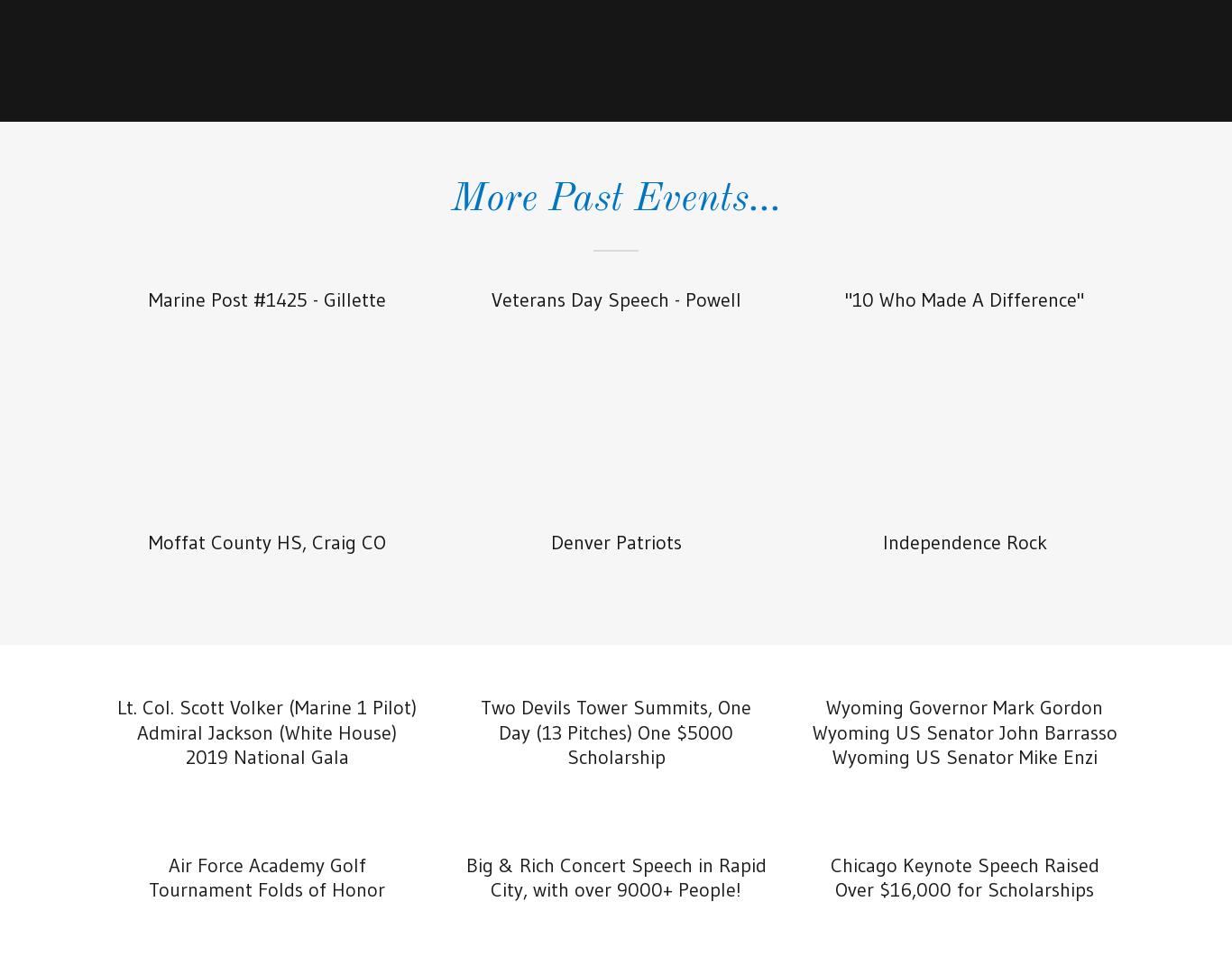 Image resolution: width=1232 pixels, height=957 pixels. I want to click on 'More Past Events...', so click(616, 198).